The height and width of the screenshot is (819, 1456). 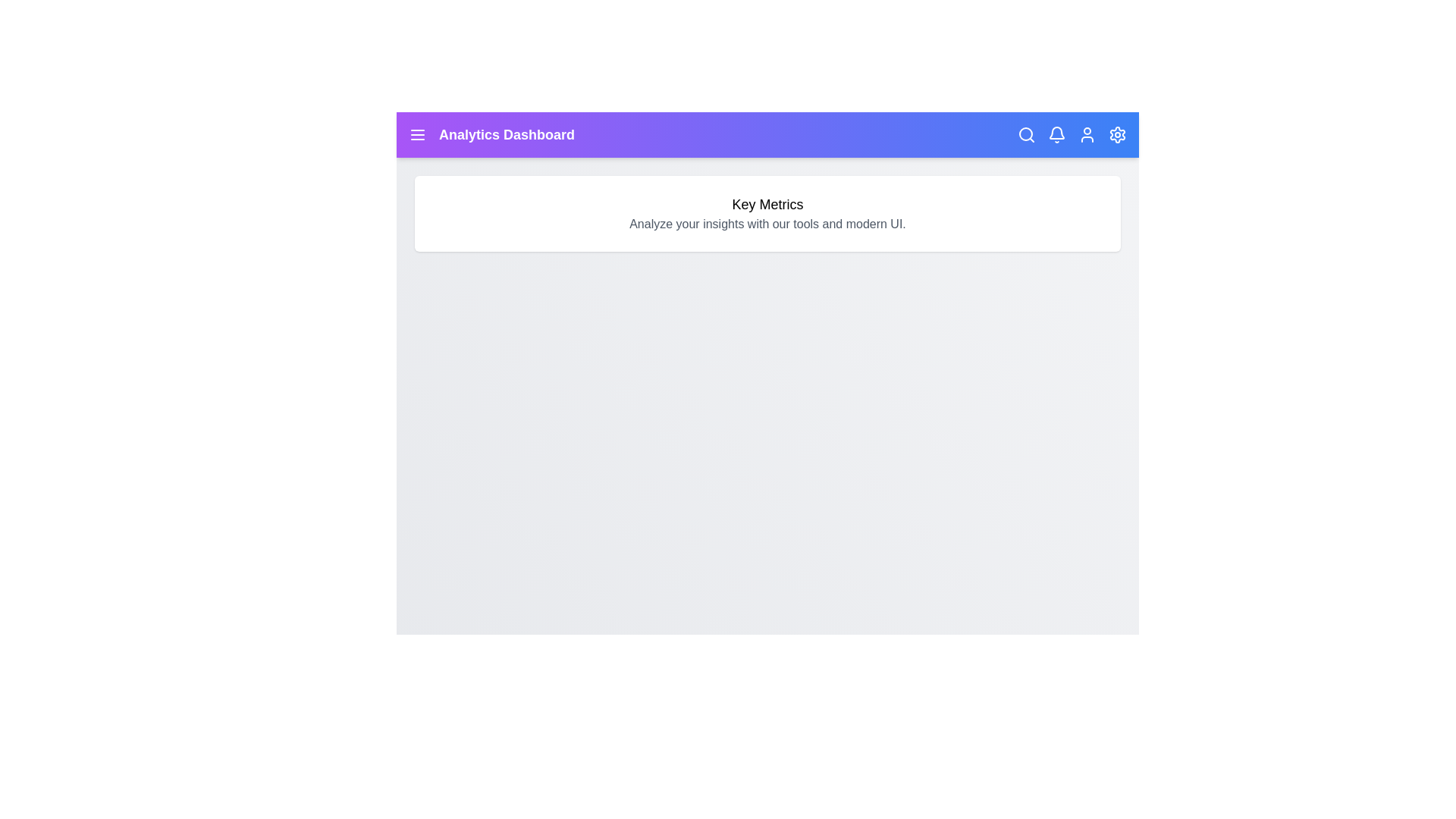 I want to click on the user icon to access user profile settings, so click(x=1087, y=133).